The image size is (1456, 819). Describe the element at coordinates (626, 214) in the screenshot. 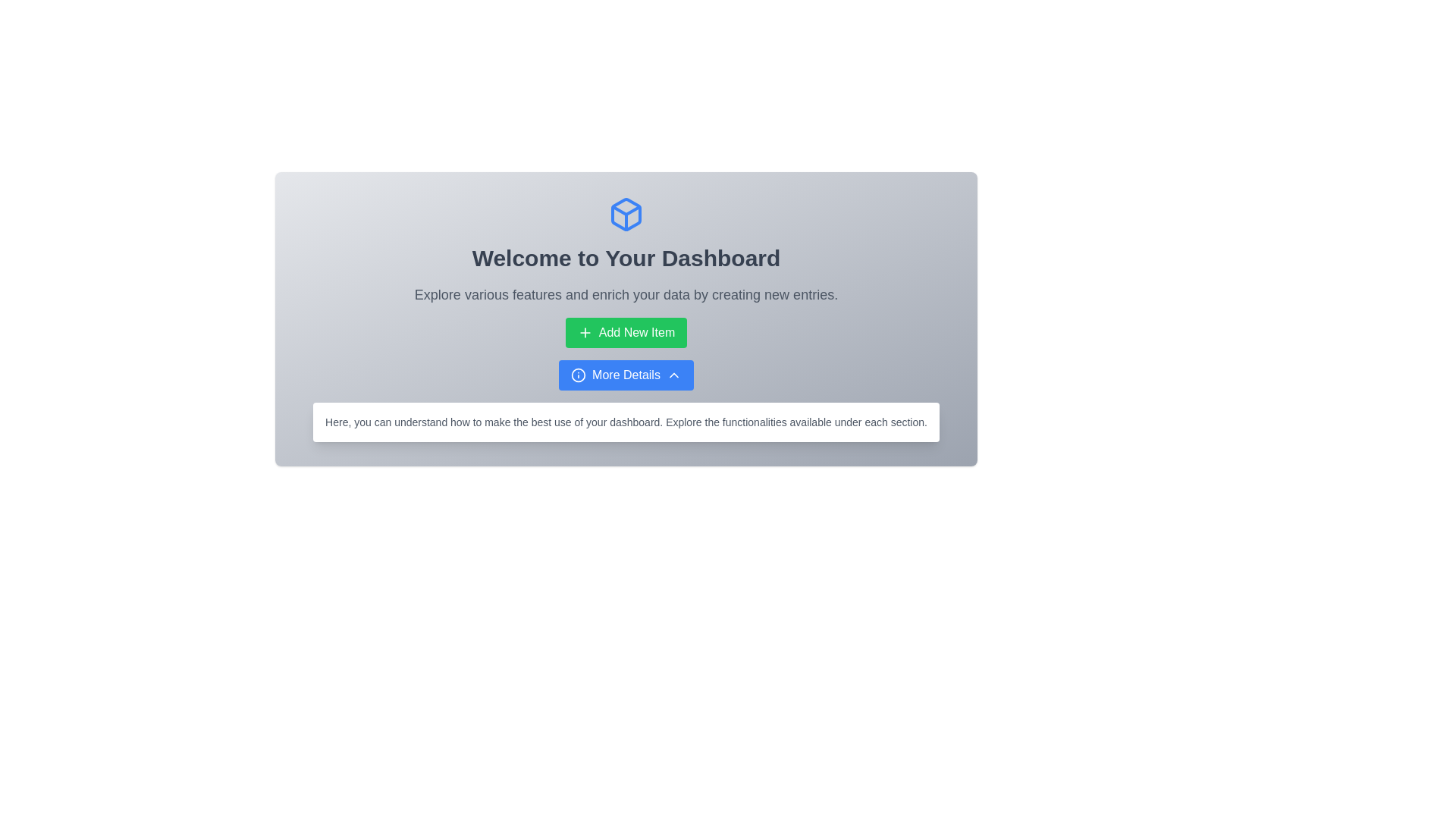

I see `the decorative branding icon located centrally above the 'Welcome to Your Dashboard' heading` at that location.